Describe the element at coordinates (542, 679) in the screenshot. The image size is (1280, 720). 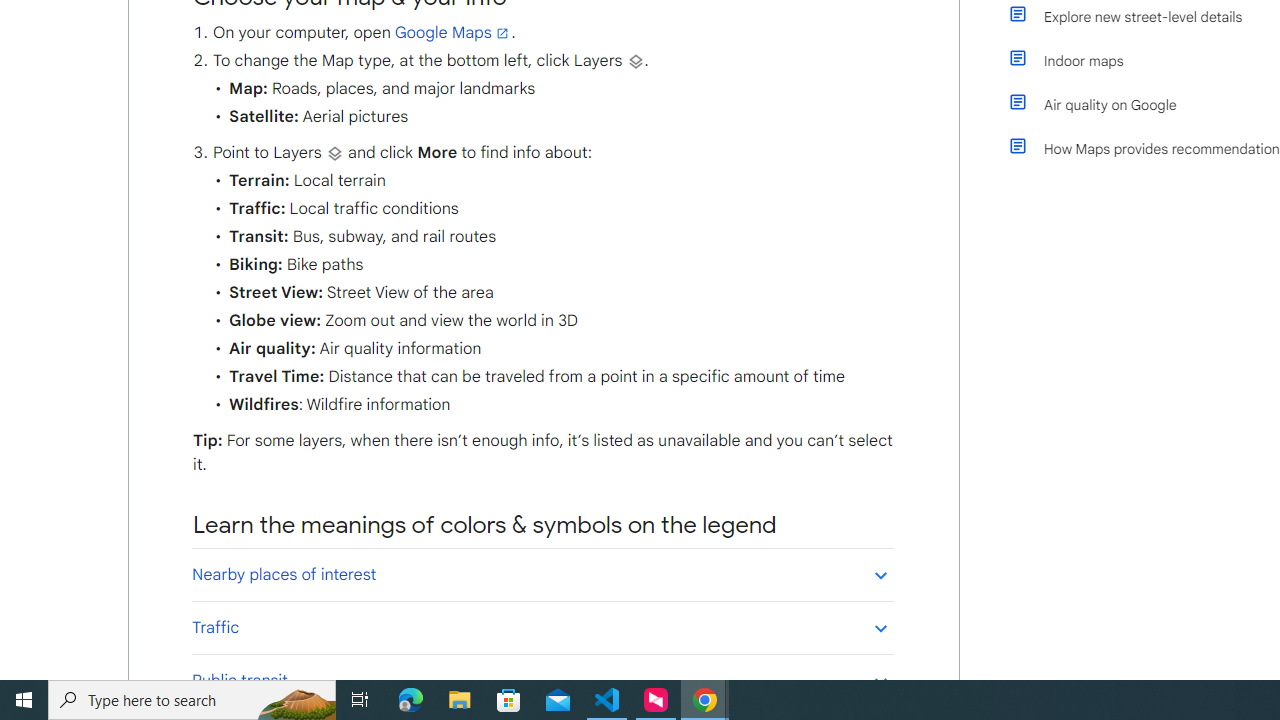
I see `'Public transit'` at that location.